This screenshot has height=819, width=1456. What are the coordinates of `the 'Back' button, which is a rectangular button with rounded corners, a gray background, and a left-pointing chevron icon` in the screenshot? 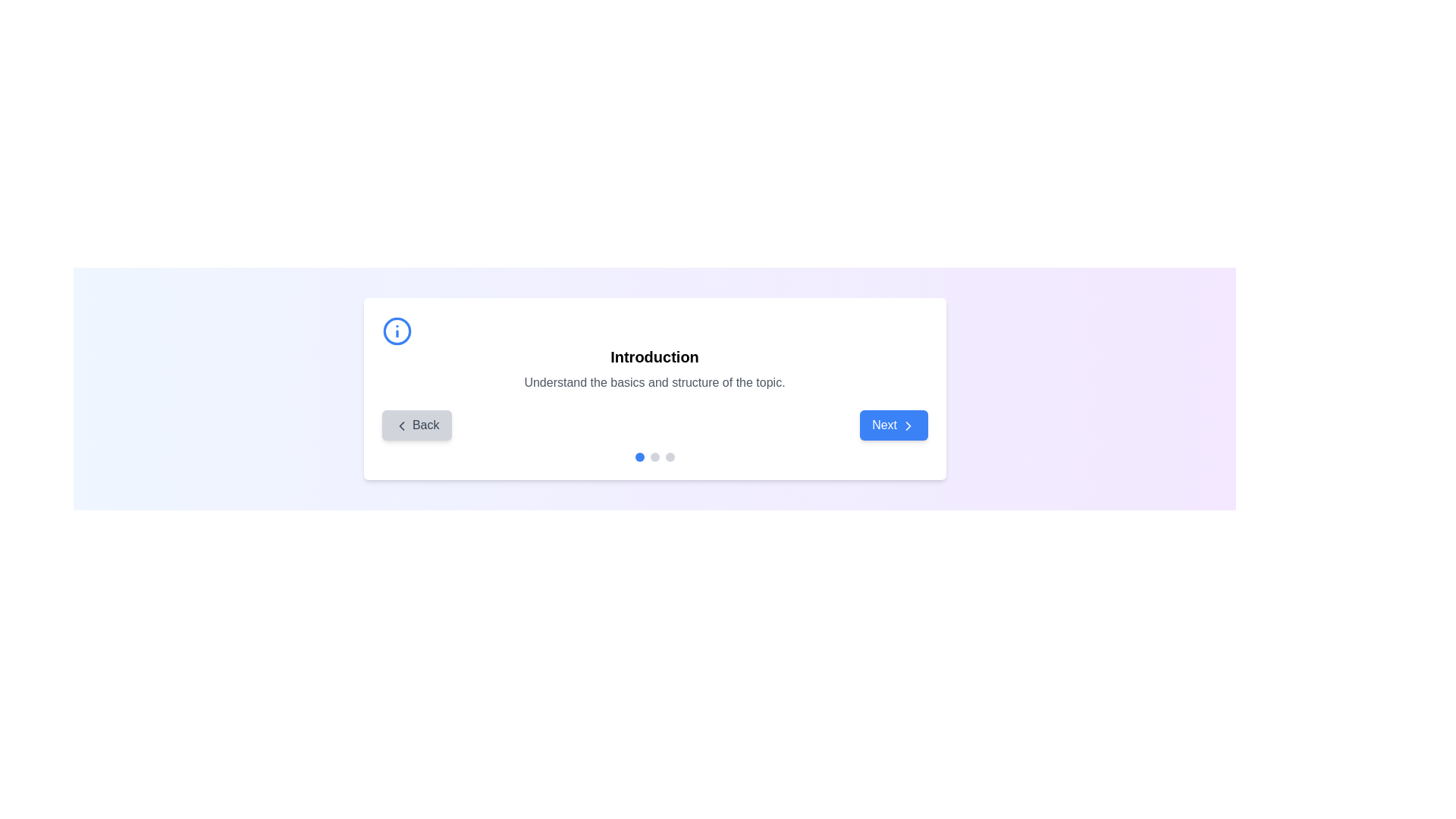 It's located at (416, 425).